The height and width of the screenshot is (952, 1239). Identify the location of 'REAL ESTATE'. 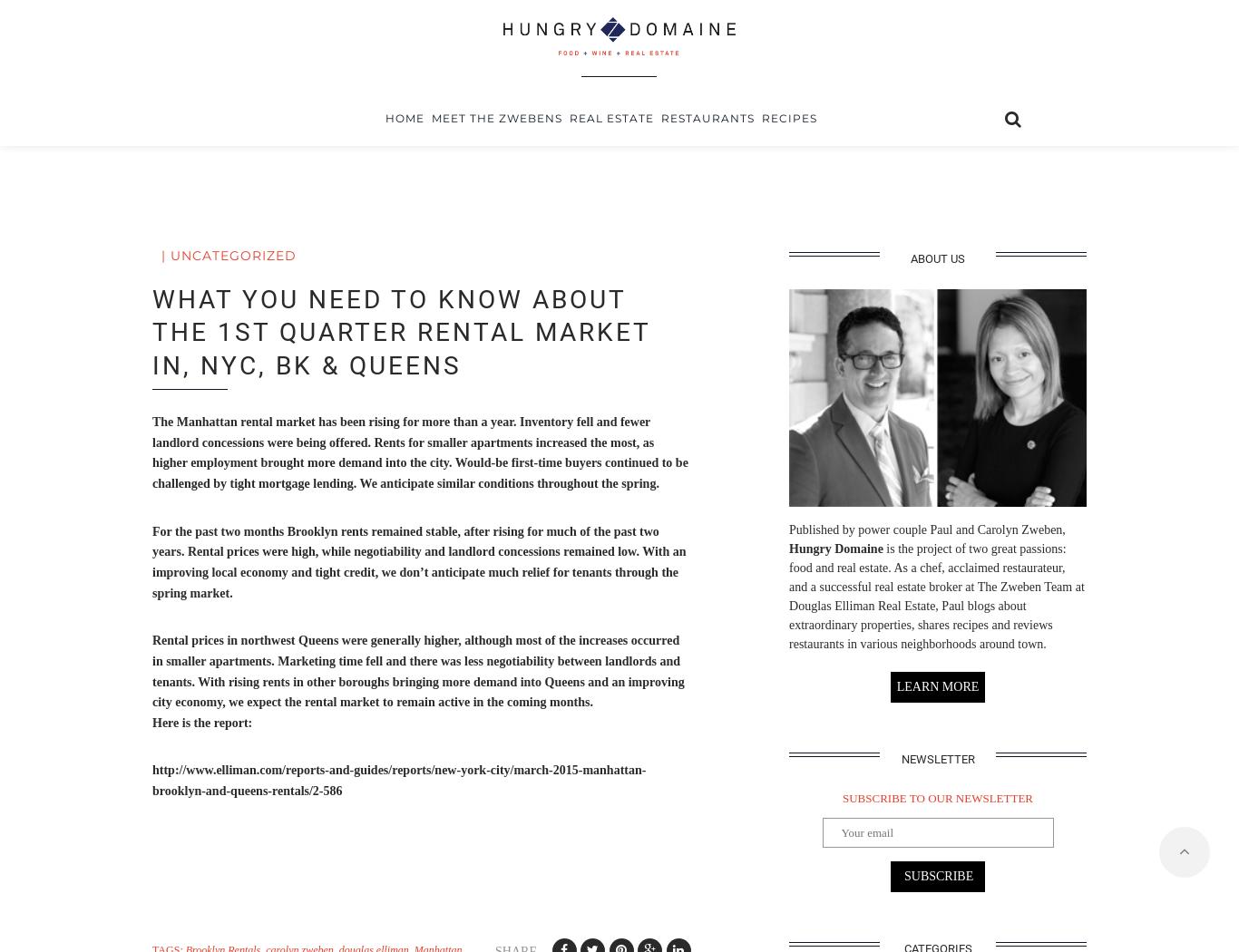
(609, 178).